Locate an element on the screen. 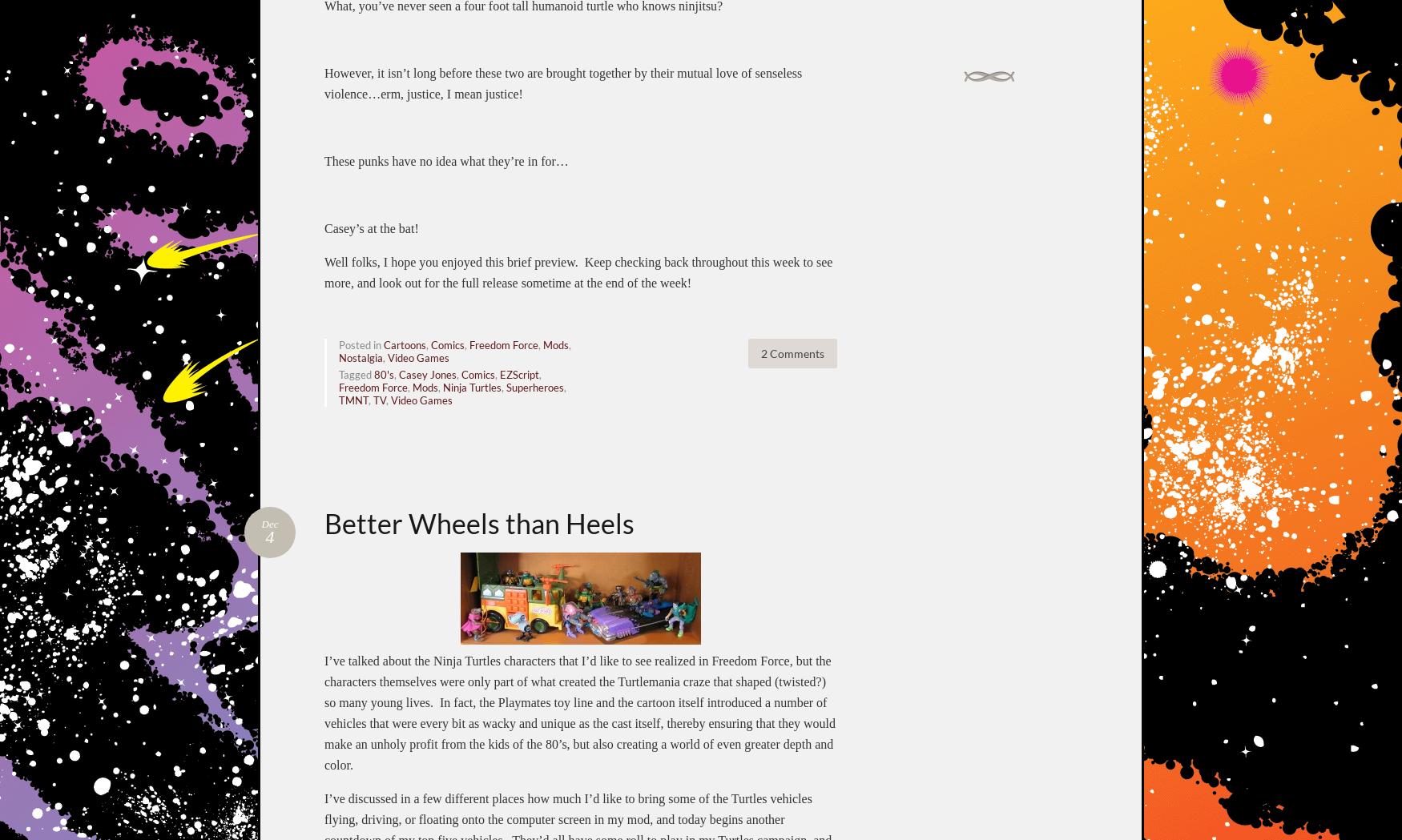 This screenshot has height=840, width=1402. 'Casey’s at the bat!' is located at coordinates (371, 227).